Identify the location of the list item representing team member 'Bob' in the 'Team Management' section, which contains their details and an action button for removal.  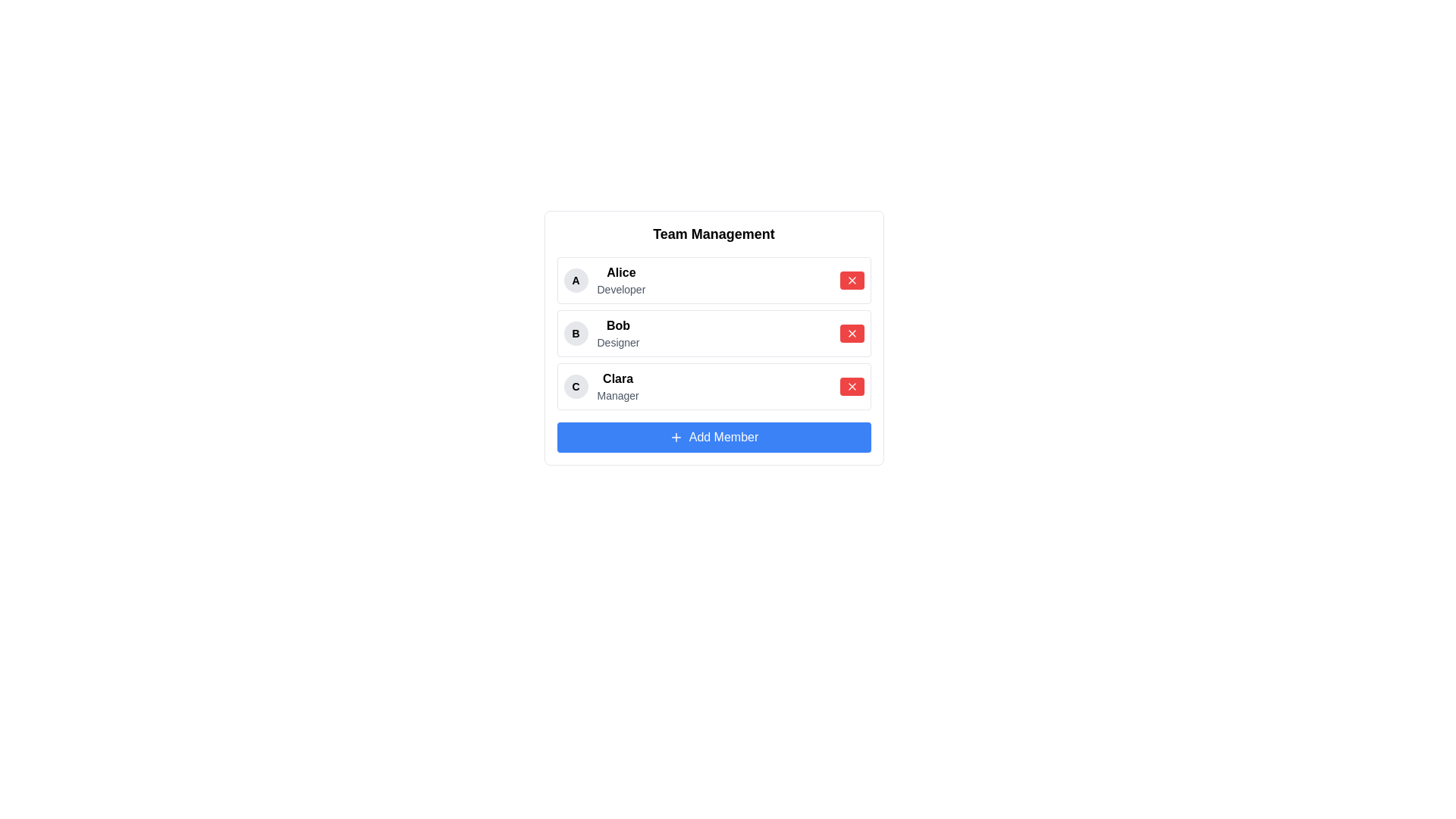
(713, 332).